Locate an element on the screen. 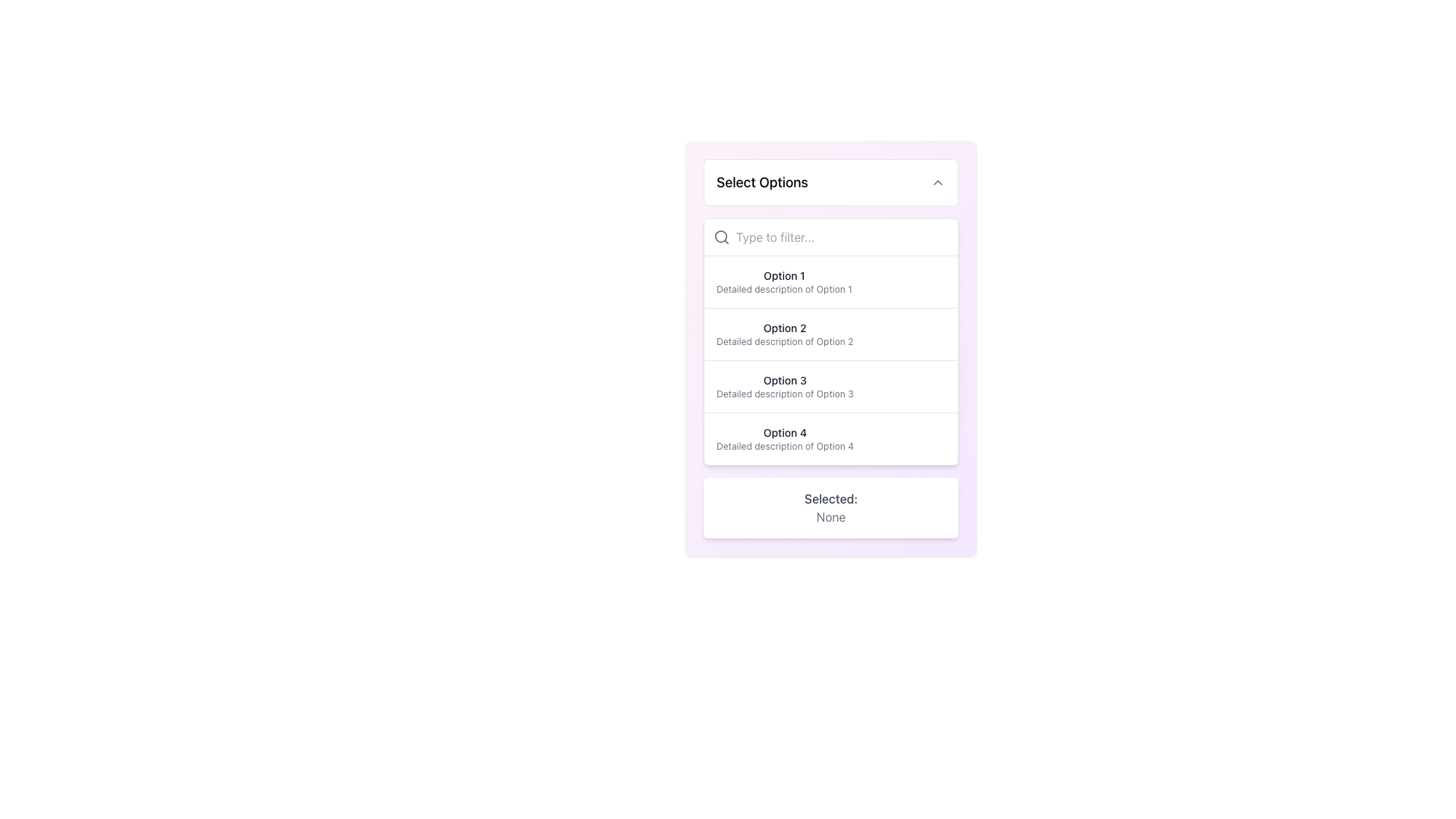  description of the Text label providing details about 'Option 1' located in the dropdown selection panel, which is positioned below the header 'Option 1' is located at coordinates (784, 289).